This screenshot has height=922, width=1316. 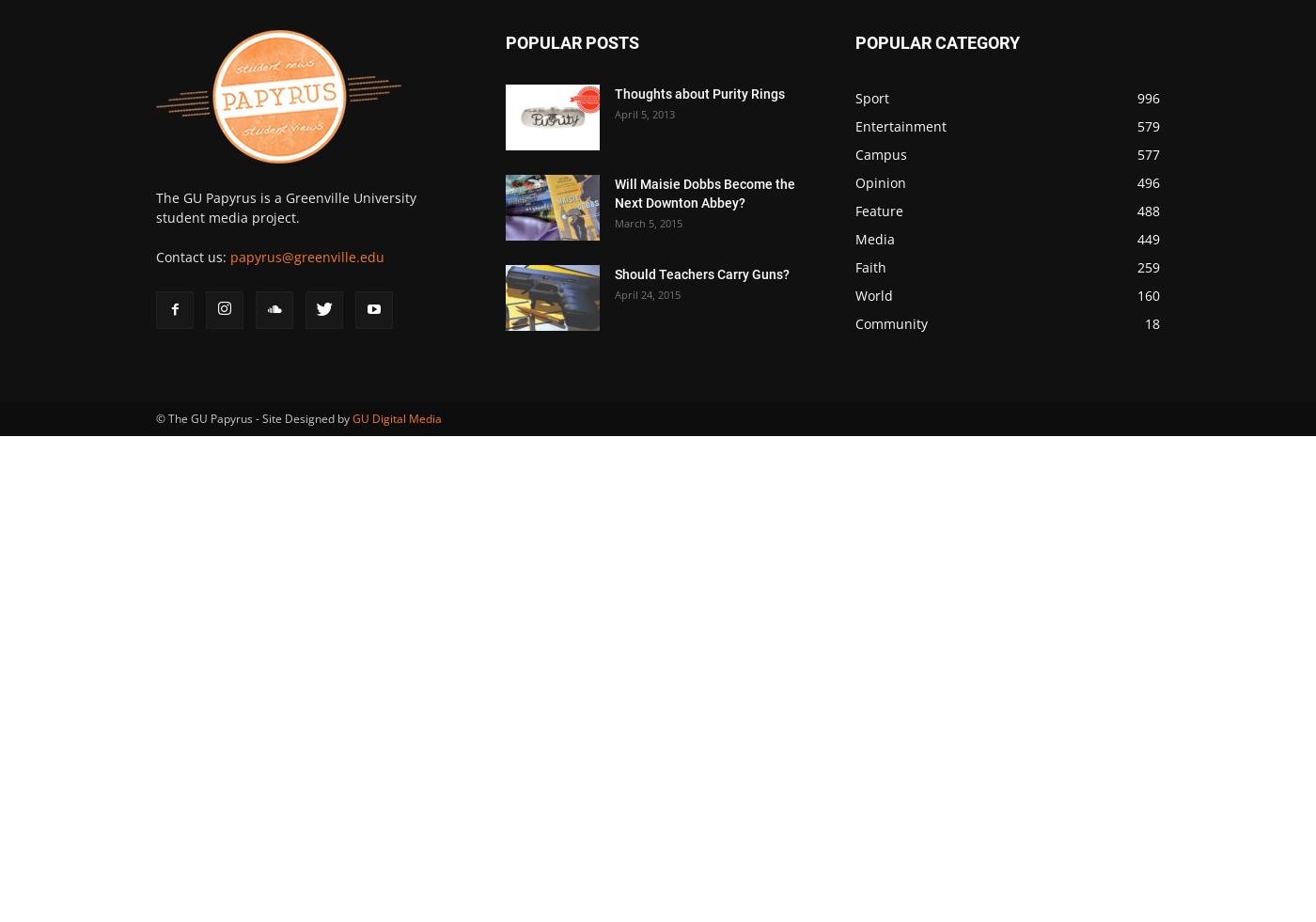 I want to click on 'Faith', so click(x=870, y=266).